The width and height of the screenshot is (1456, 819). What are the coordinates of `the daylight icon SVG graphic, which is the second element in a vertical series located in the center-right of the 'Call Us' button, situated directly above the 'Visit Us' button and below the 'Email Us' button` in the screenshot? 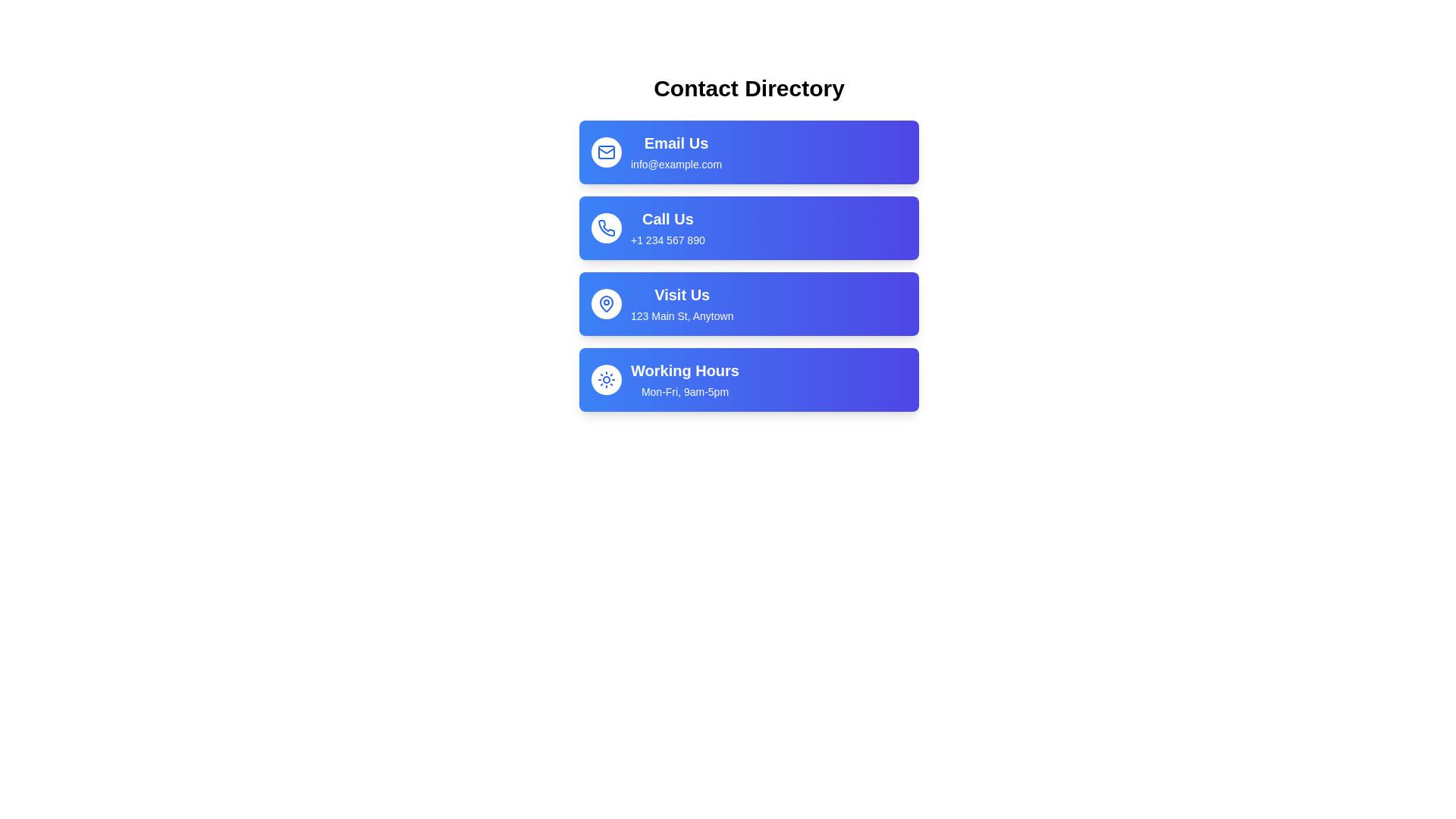 It's located at (607, 379).